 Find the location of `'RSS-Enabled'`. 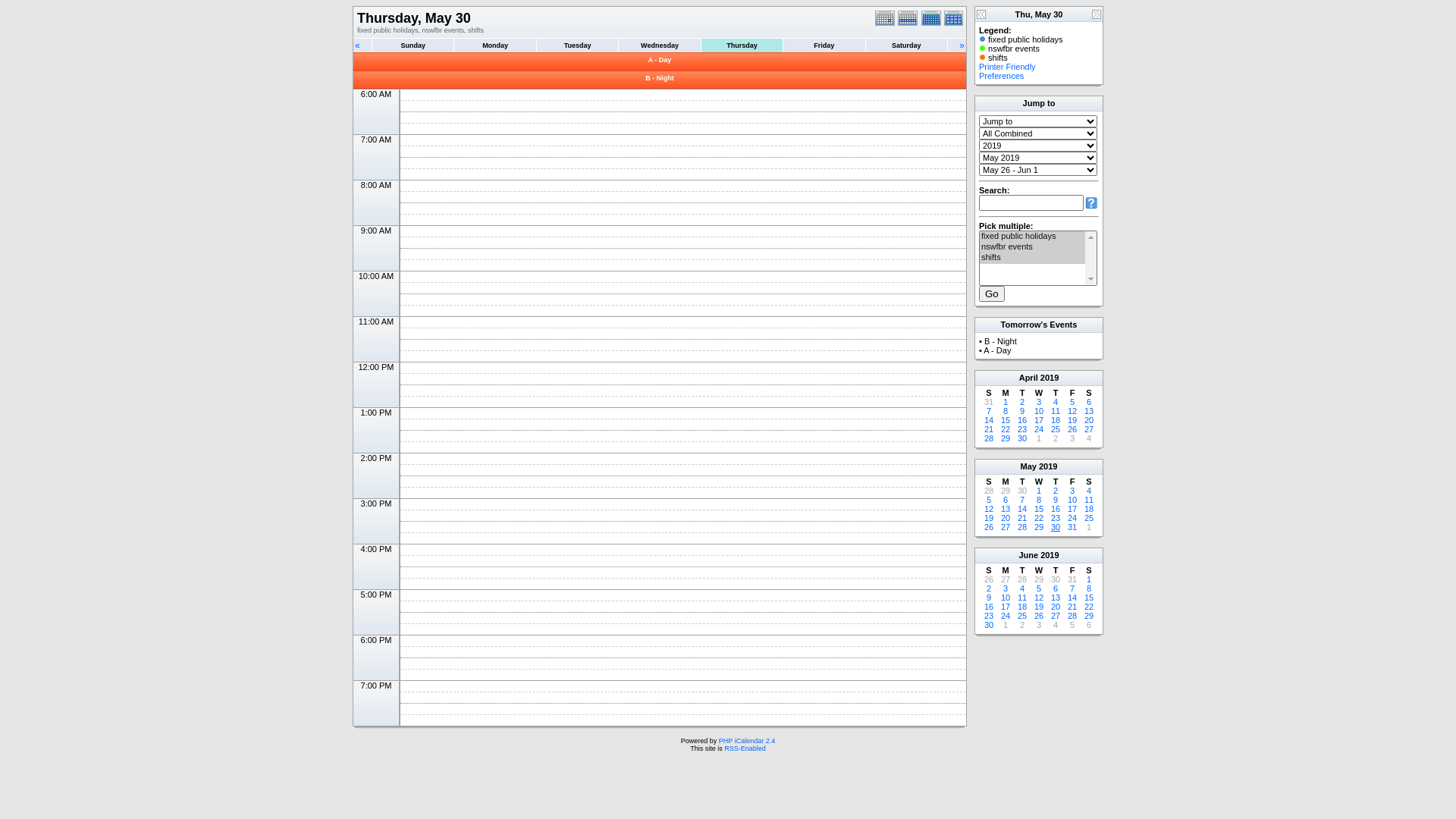

'RSS-Enabled' is located at coordinates (745, 748).